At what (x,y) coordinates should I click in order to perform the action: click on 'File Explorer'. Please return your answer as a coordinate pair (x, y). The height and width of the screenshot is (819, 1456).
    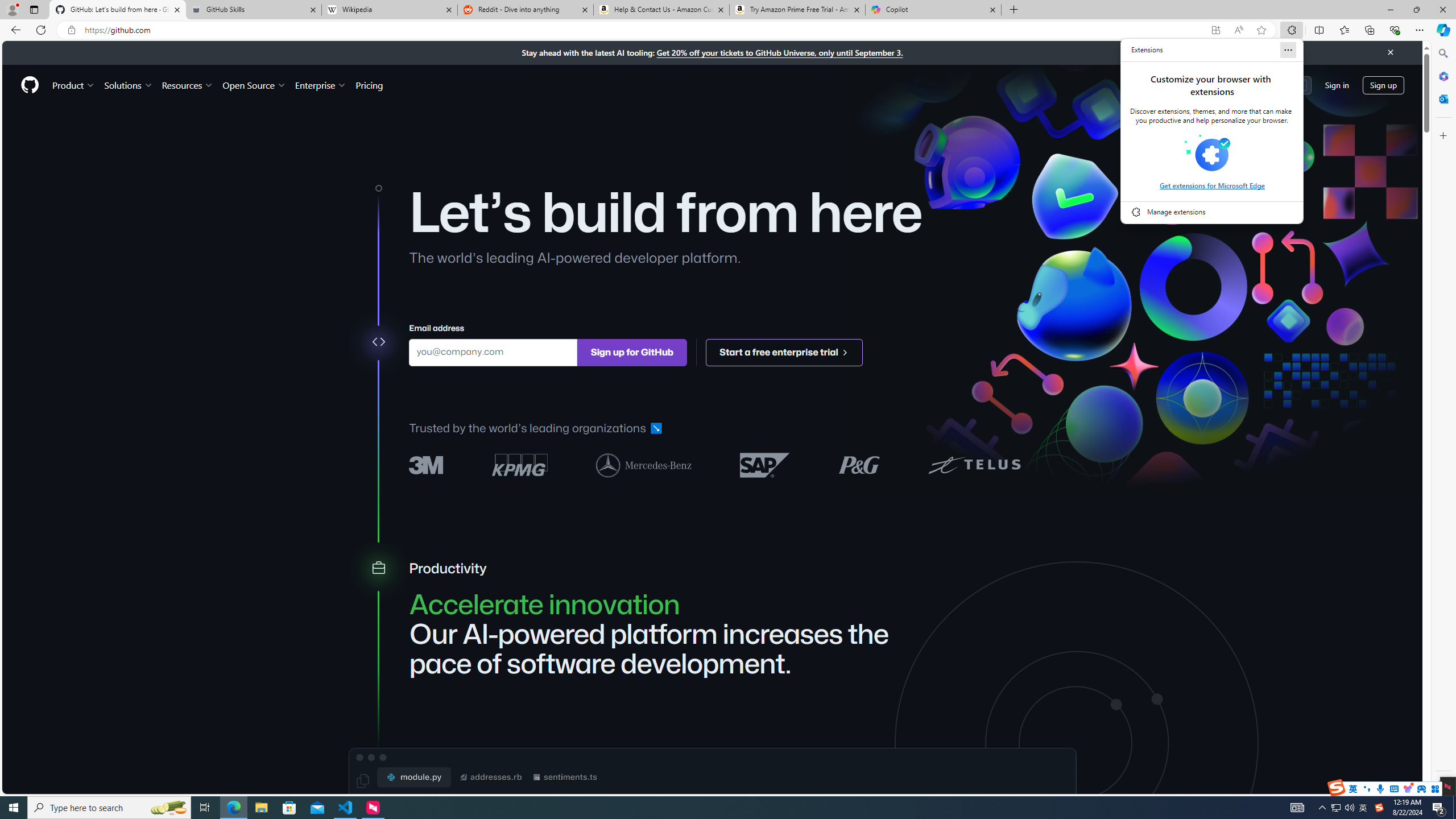
    Looking at the image, I should click on (260, 806).